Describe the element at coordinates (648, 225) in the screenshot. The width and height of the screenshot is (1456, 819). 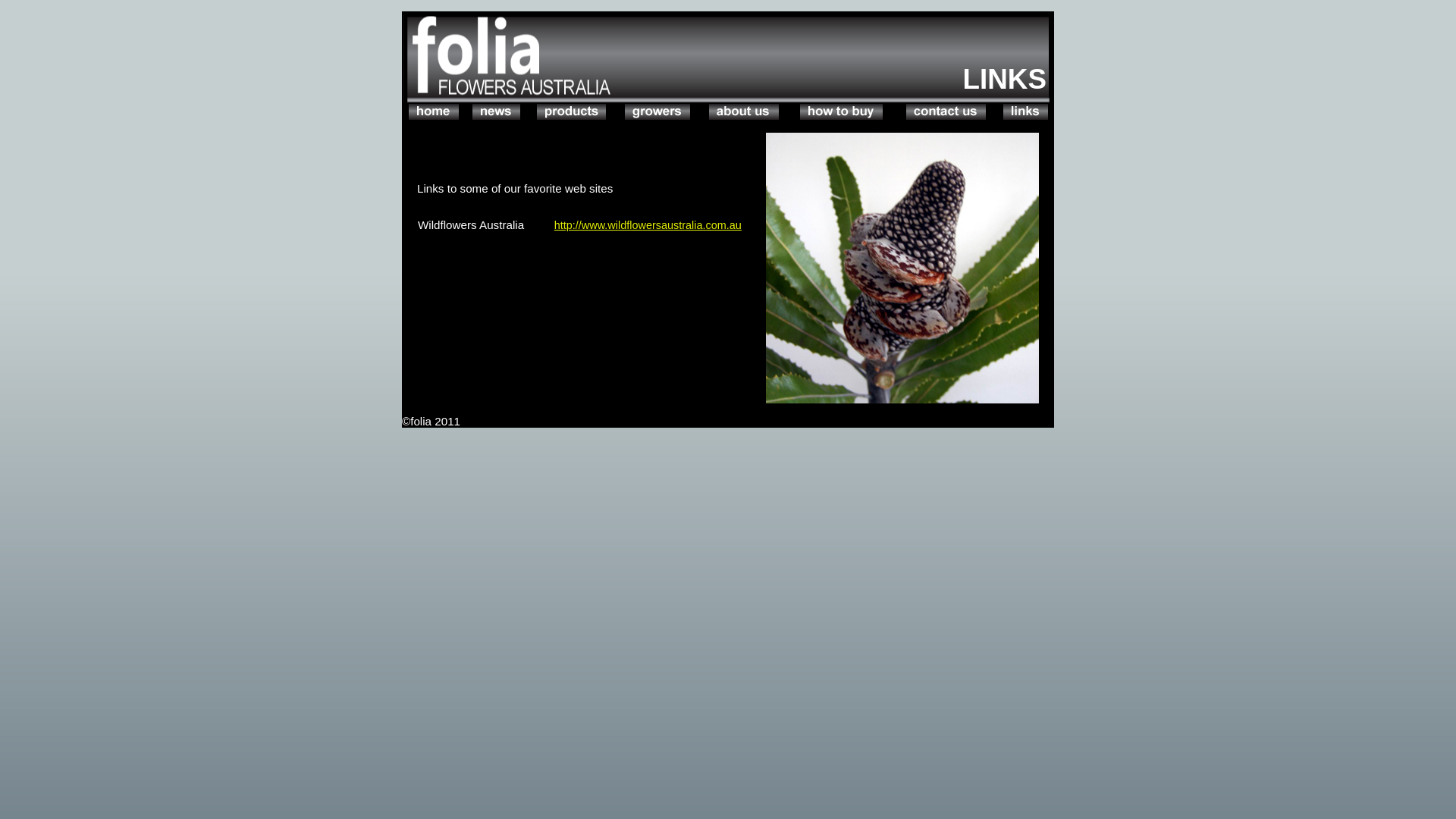
I see `'http://www.wildflowersaustralia.com.au'` at that location.